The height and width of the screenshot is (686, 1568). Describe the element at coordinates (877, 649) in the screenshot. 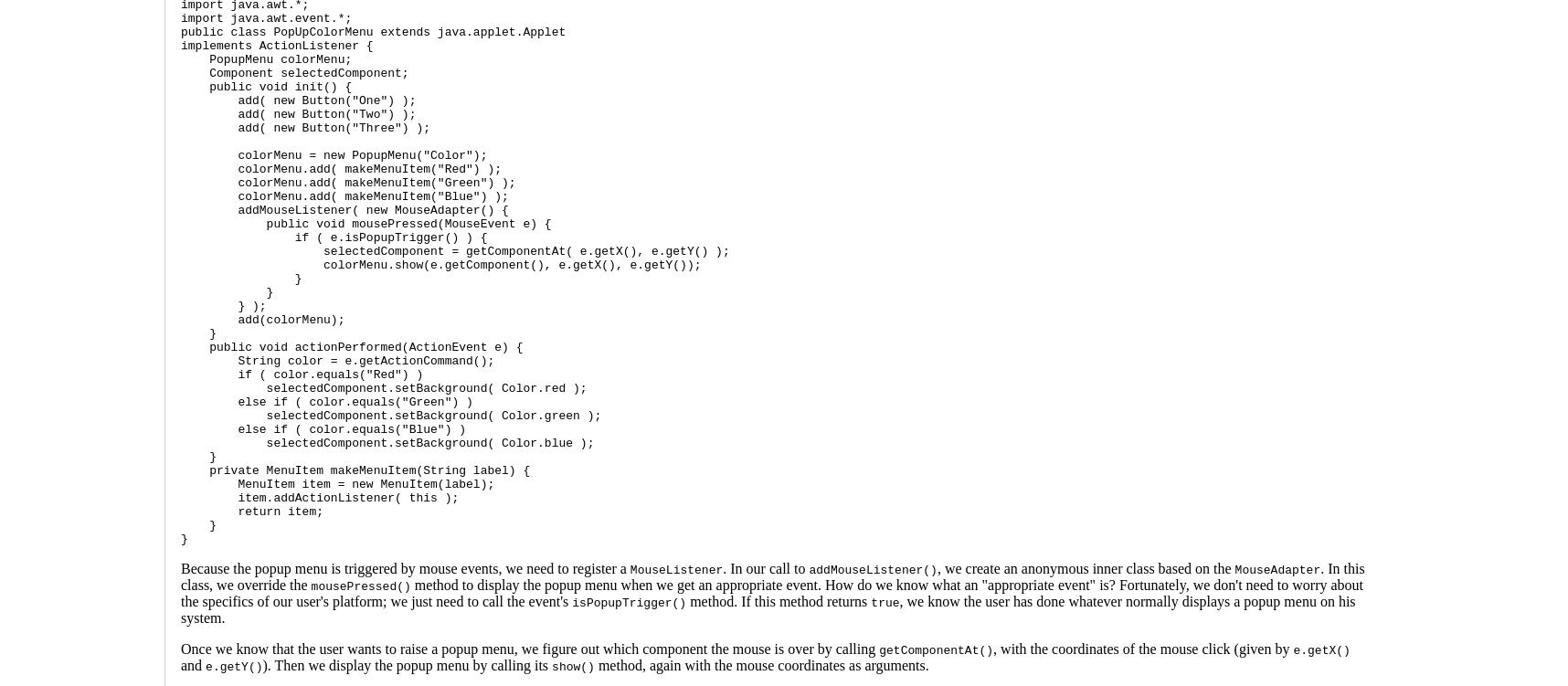

I see `'getComponentAt()'` at that location.